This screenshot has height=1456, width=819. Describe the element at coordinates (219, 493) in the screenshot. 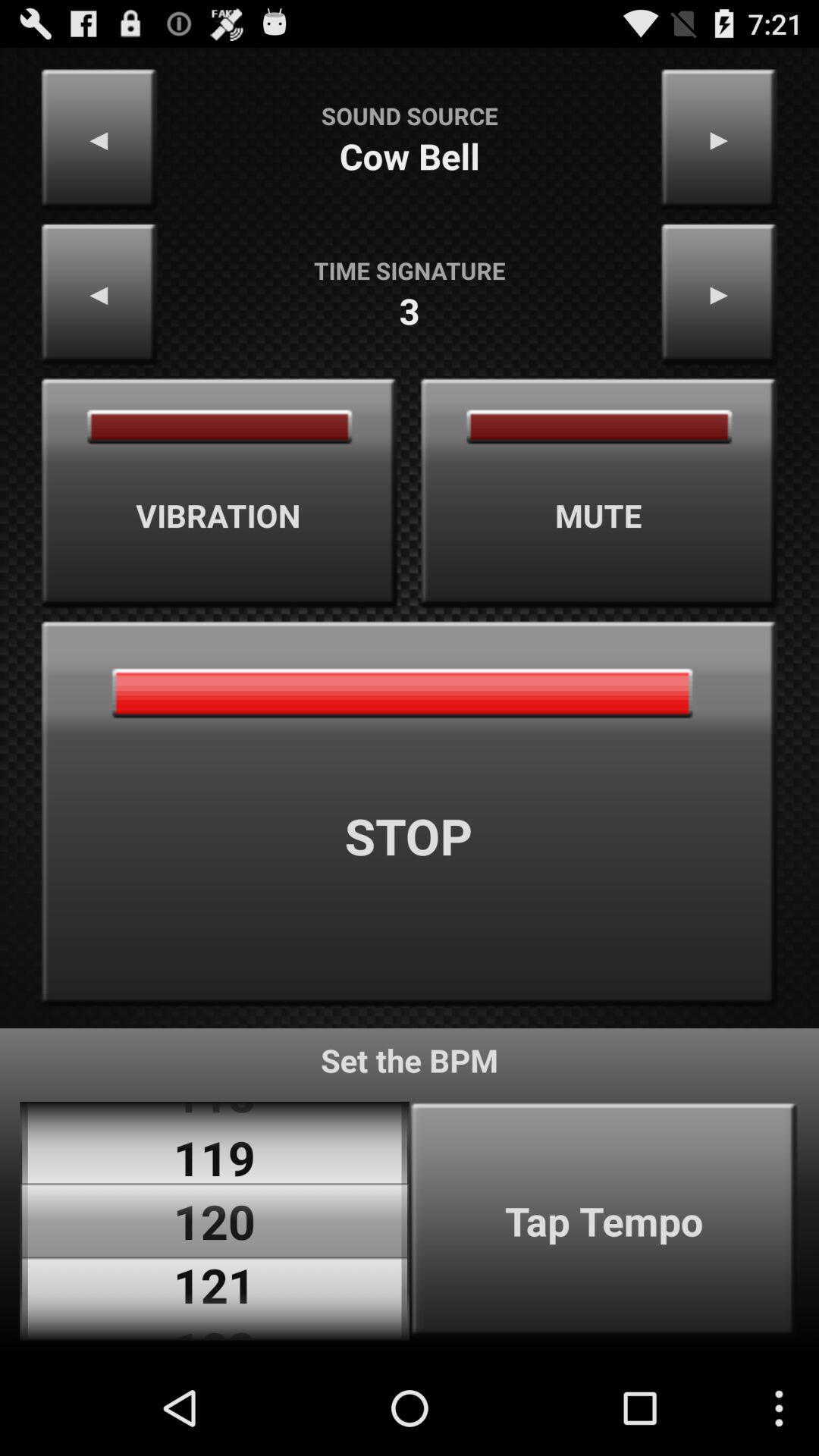

I see `icon above stop` at that location.